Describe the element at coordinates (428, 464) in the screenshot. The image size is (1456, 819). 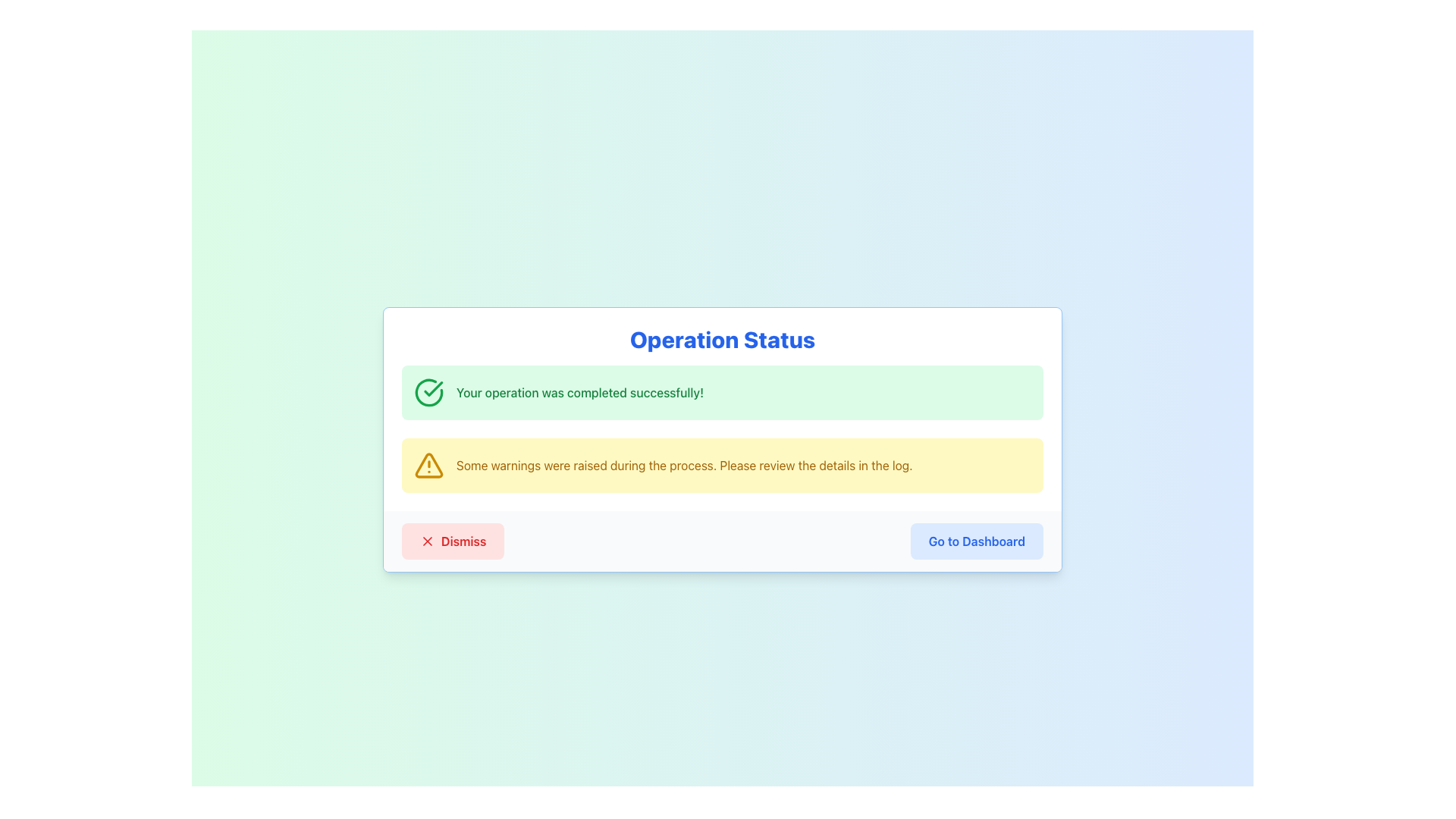
I see `the warning icon located in the yellow status message section, positioned to the left of the text indicating warnings during the process` at that location.